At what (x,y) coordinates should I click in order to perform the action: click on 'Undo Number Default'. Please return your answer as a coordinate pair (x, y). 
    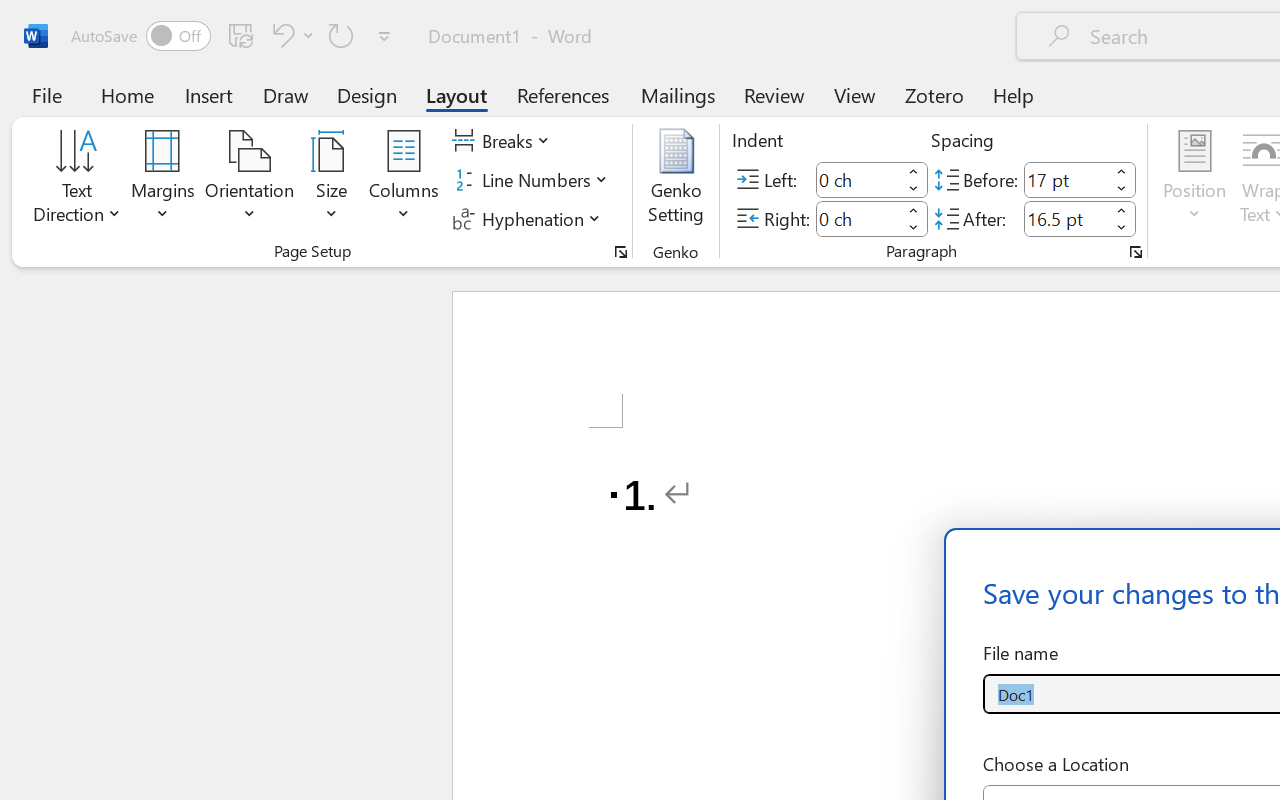
    Looking at the image, I should click on (279, 34).